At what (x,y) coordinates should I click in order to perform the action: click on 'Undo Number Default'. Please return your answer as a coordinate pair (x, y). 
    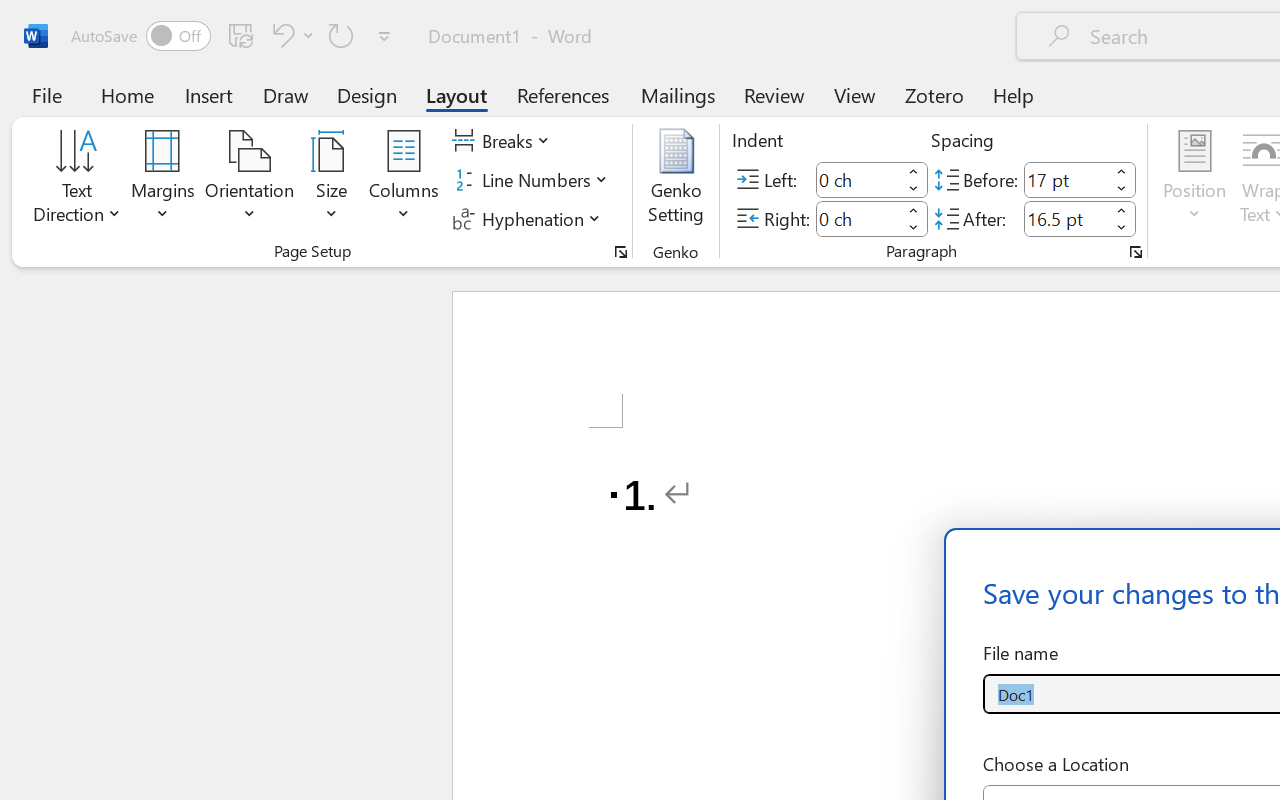
    Looking at the image, I should click on (279, 34).